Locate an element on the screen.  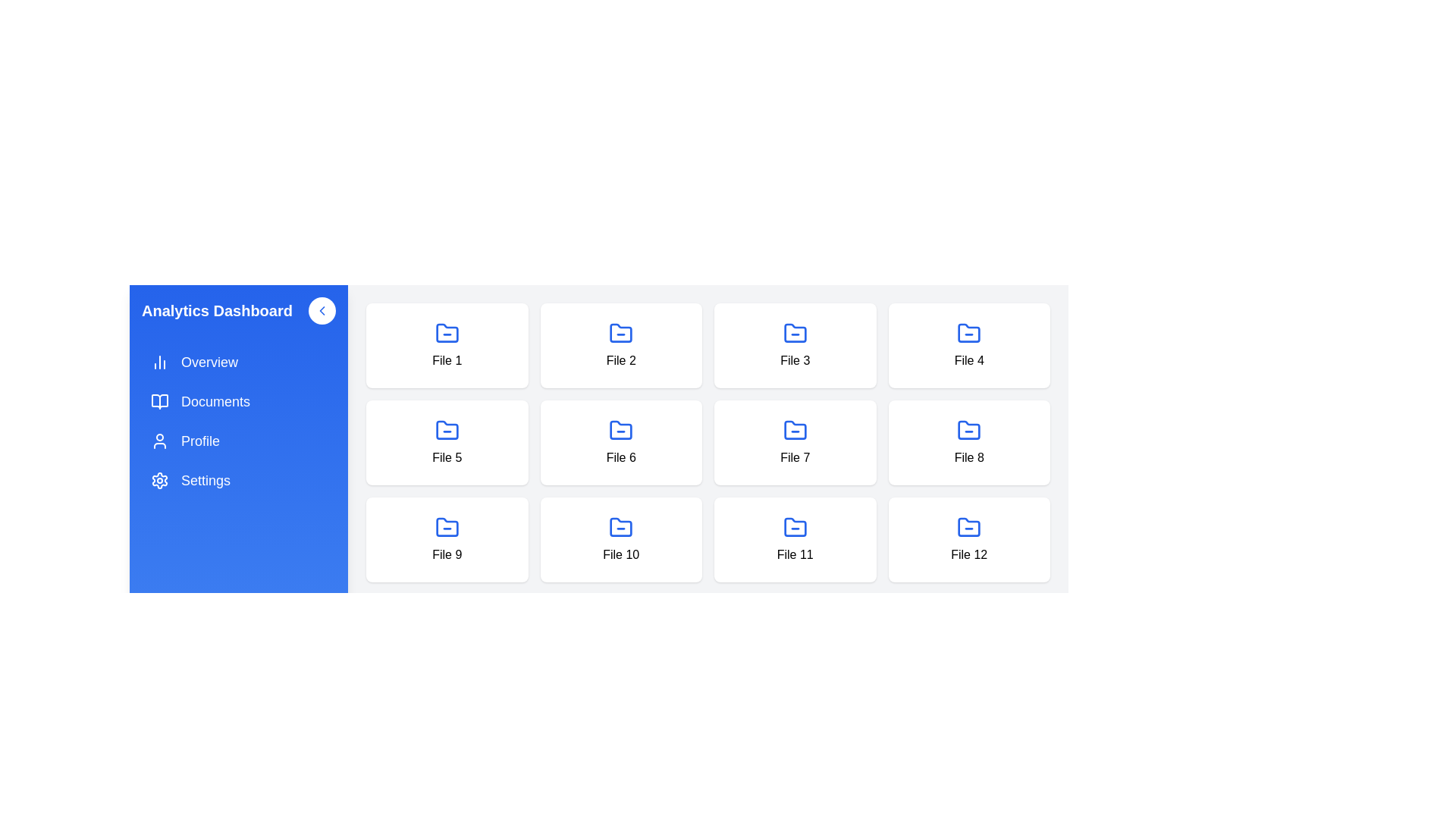
the toggle button in the sidebar to toggle its visibility is located at coordinates (322, 309).